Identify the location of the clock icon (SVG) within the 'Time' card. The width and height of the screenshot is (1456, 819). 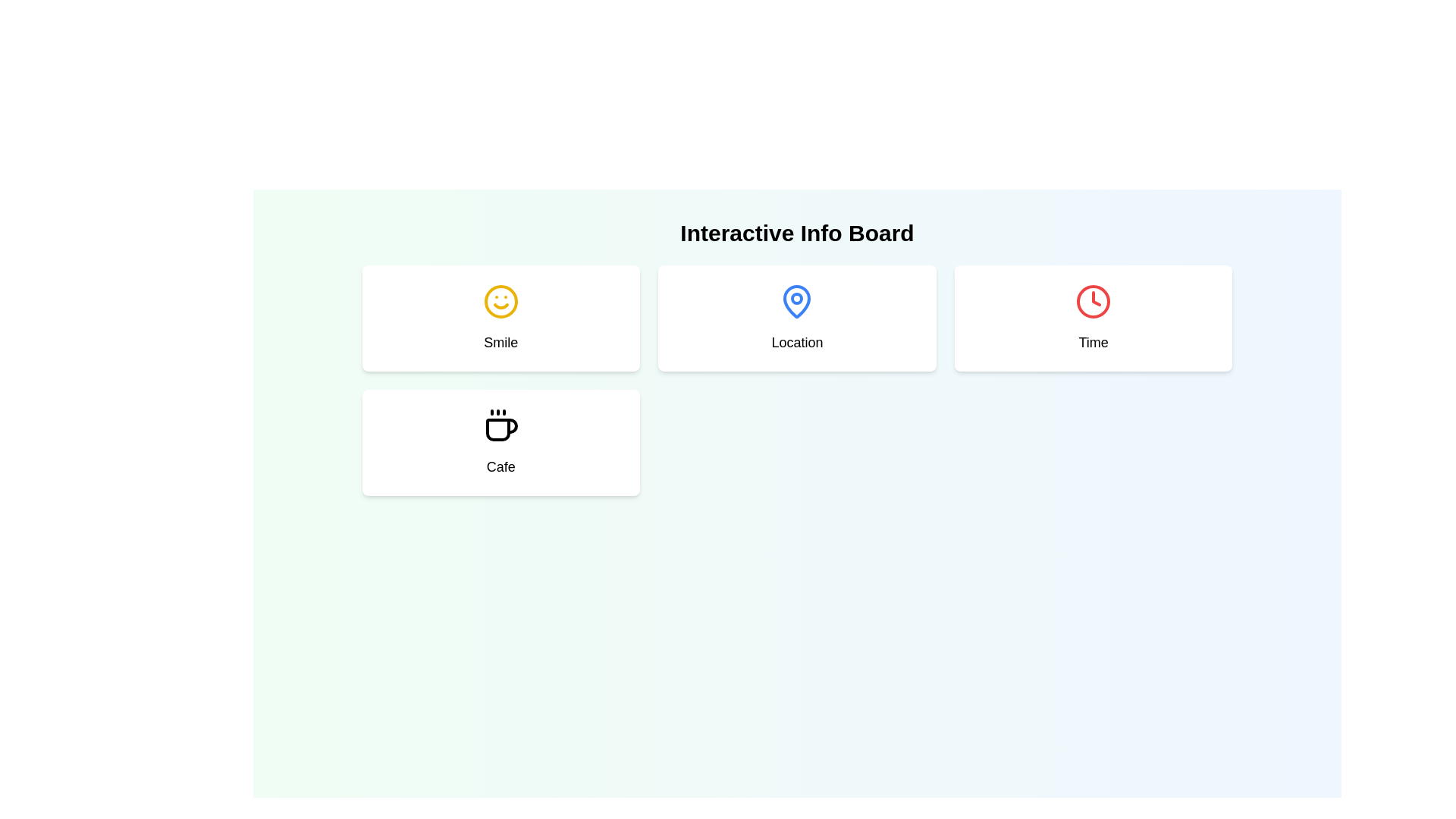
(1094, 301).